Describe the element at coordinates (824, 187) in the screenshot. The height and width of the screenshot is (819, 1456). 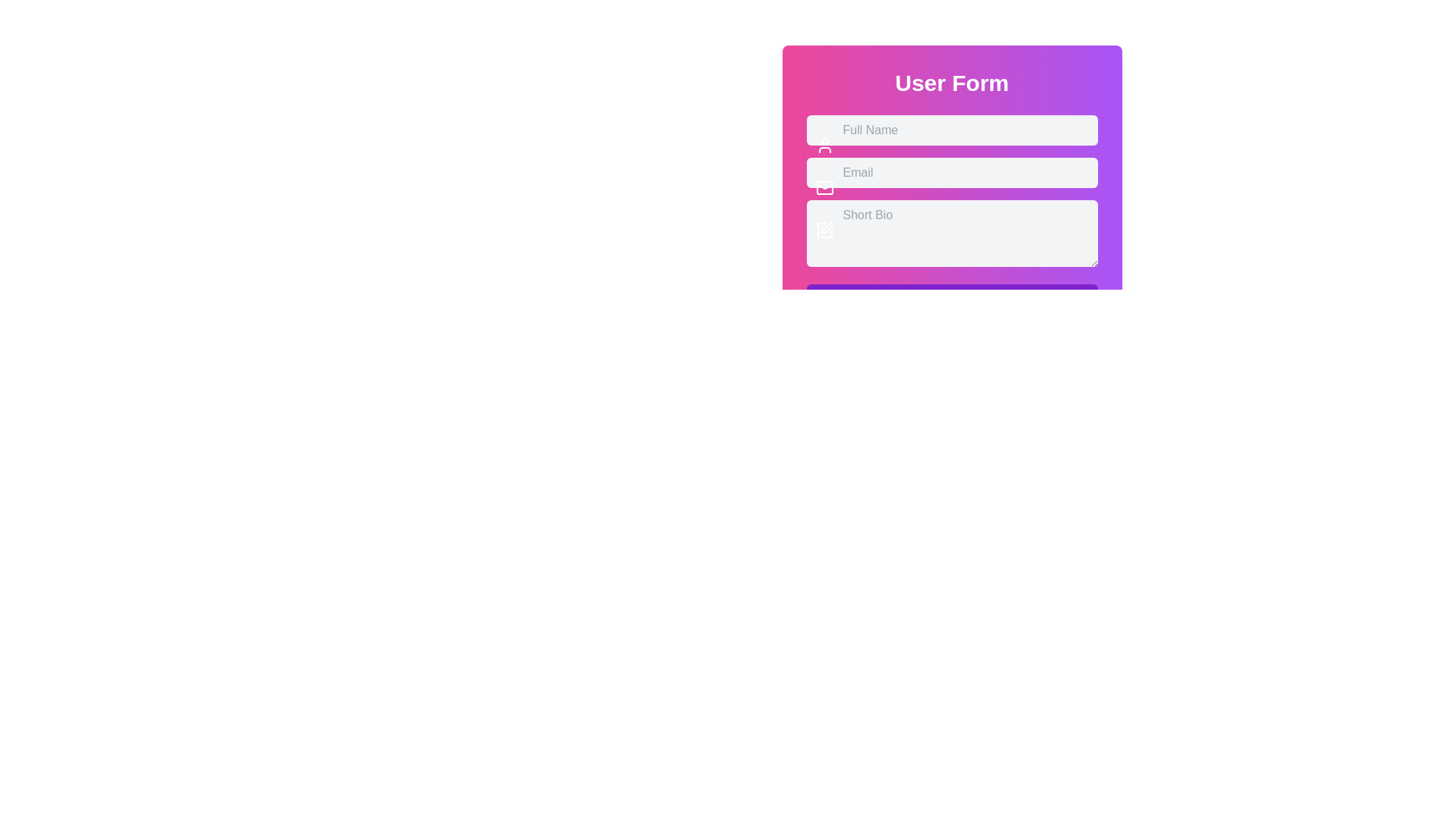
I see `the mail icon which is a minimalist styled icon with a white outline against a colored background, located to the left and above the center height of the input field labeled 'Email'` at that location.